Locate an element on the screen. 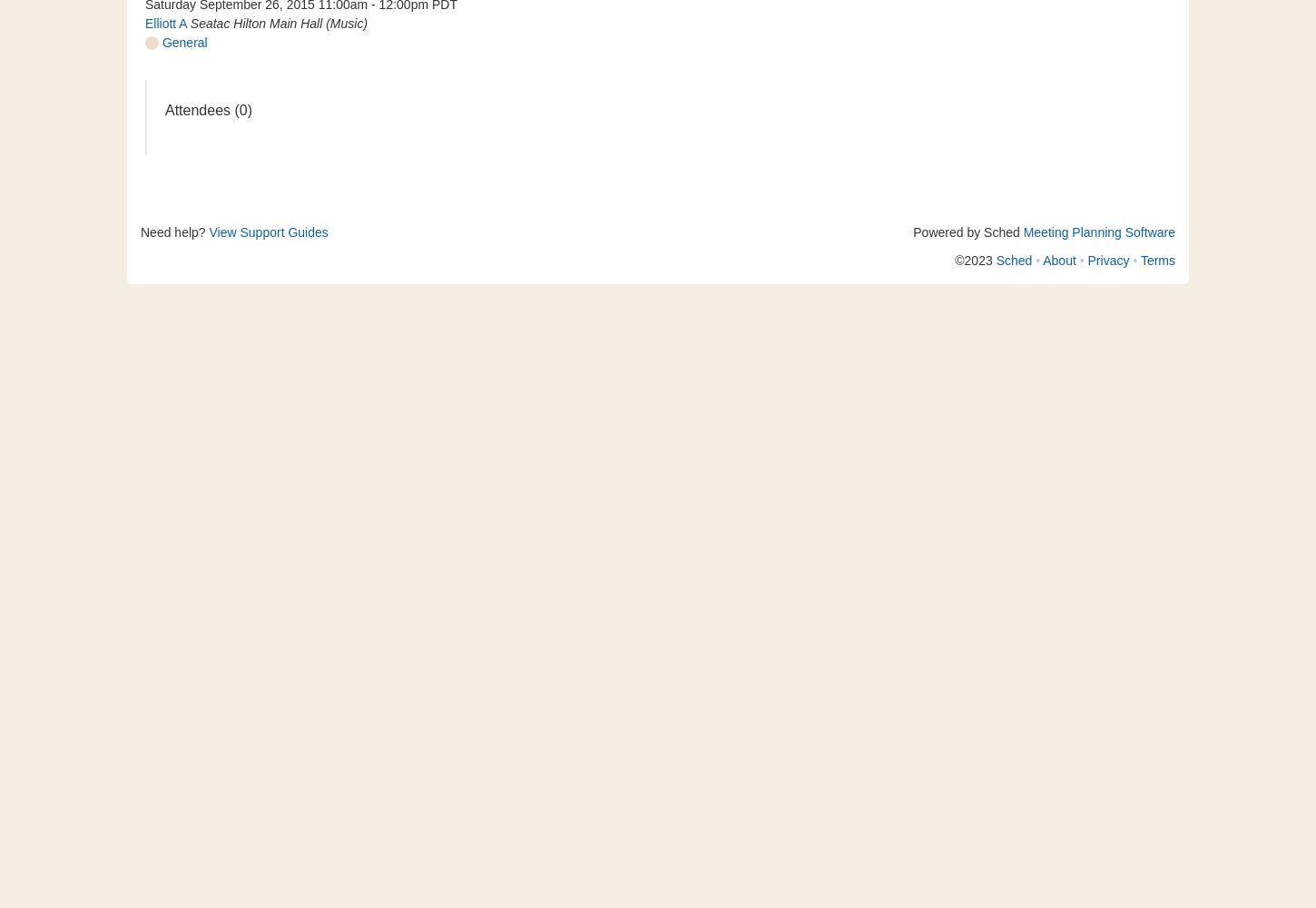 This screenshot has width=1316, height=908. 'View Support Guides' is located at coordinates (268, 232).